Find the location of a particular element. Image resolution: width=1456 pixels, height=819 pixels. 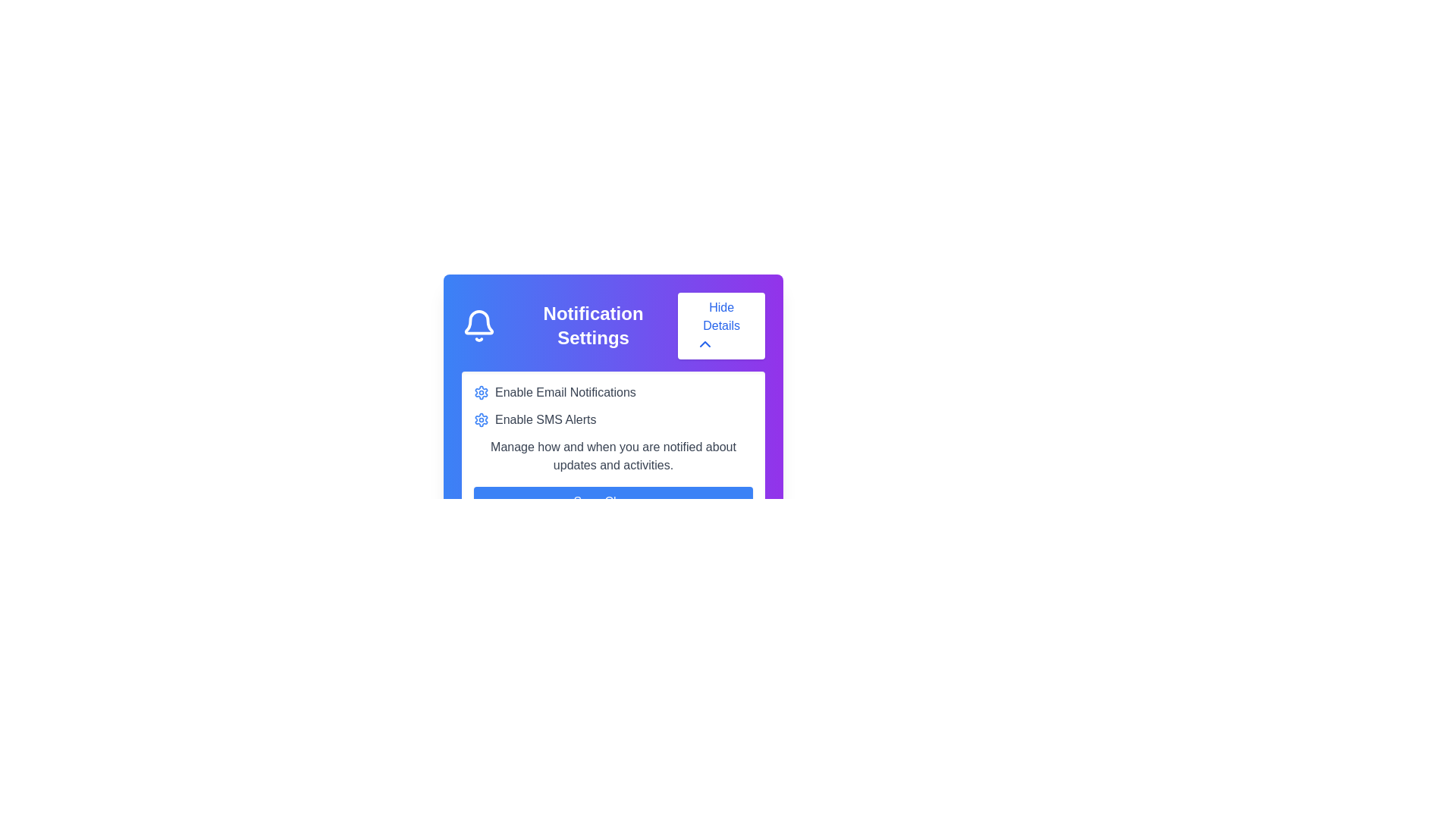

the header titled 'Notification Settings' is located at coordinates (613, 325).